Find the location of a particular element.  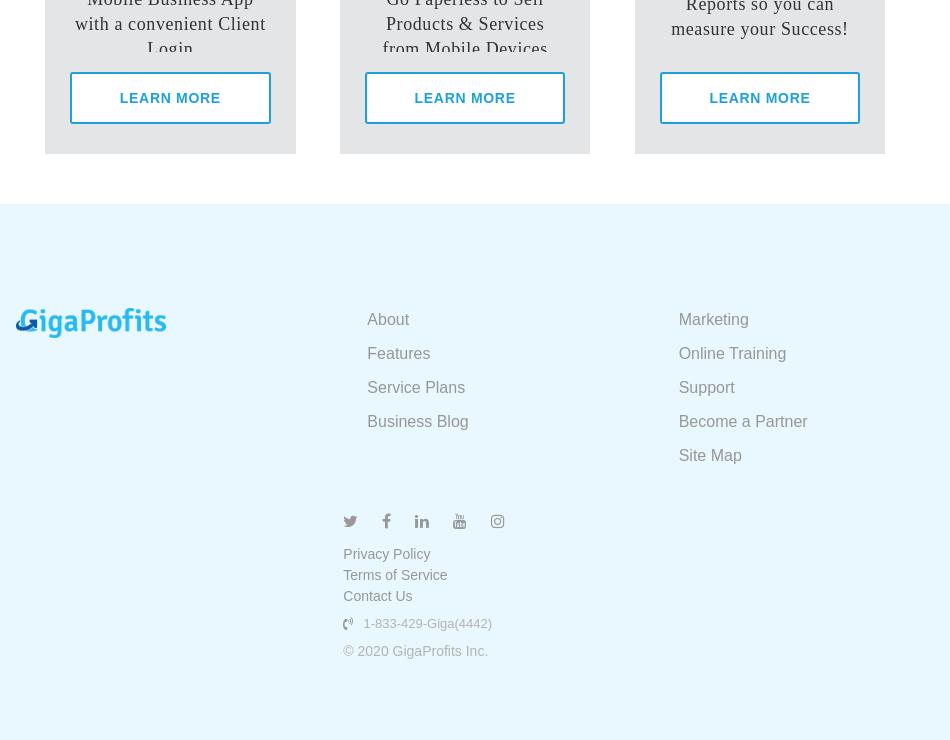

'Service Plans' is located at coordinates (365, 386).